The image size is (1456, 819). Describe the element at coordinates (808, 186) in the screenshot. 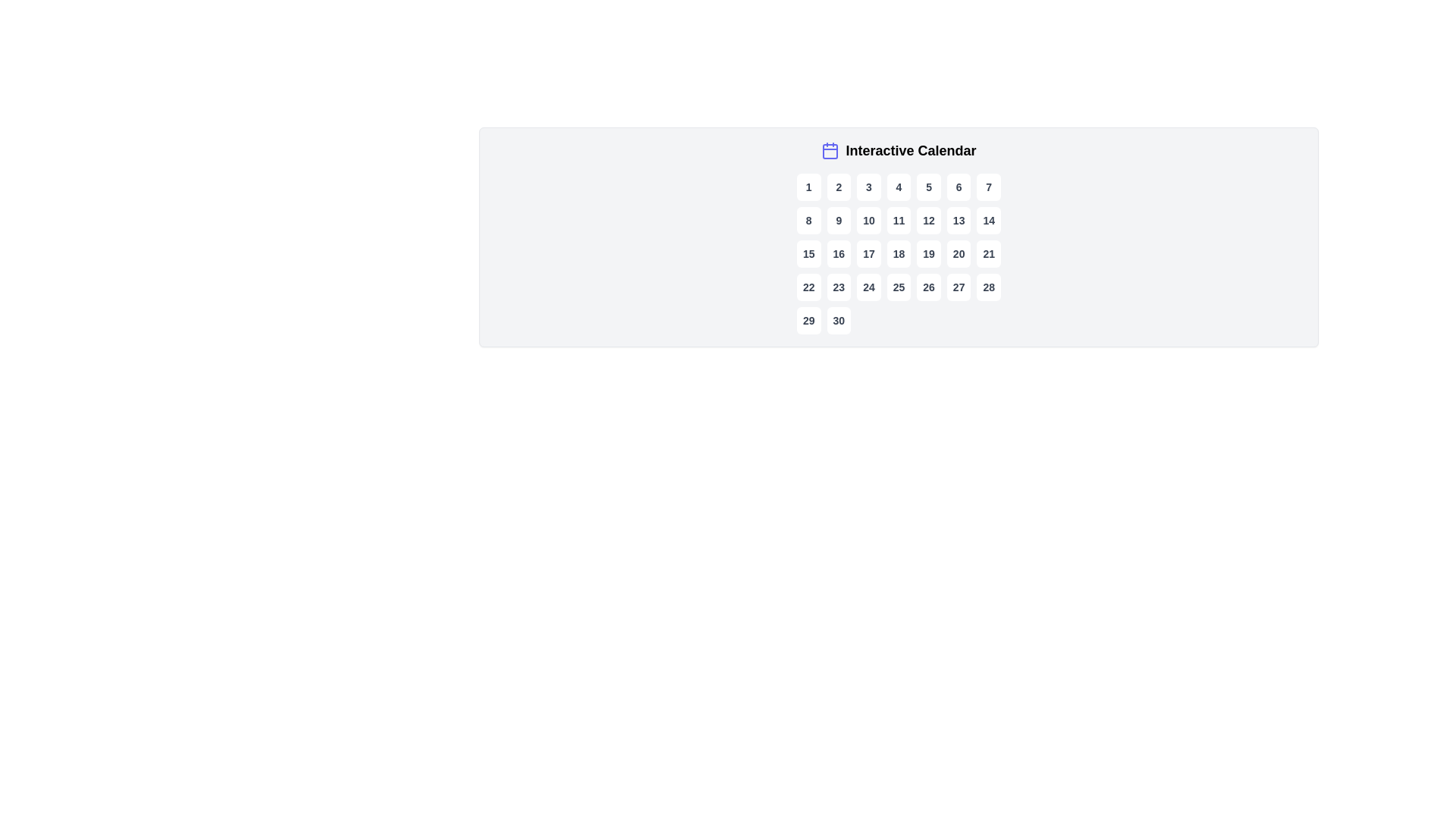

I see `the rounded square button labeled '1' in the top-left corner of the calendar grid` at that location.